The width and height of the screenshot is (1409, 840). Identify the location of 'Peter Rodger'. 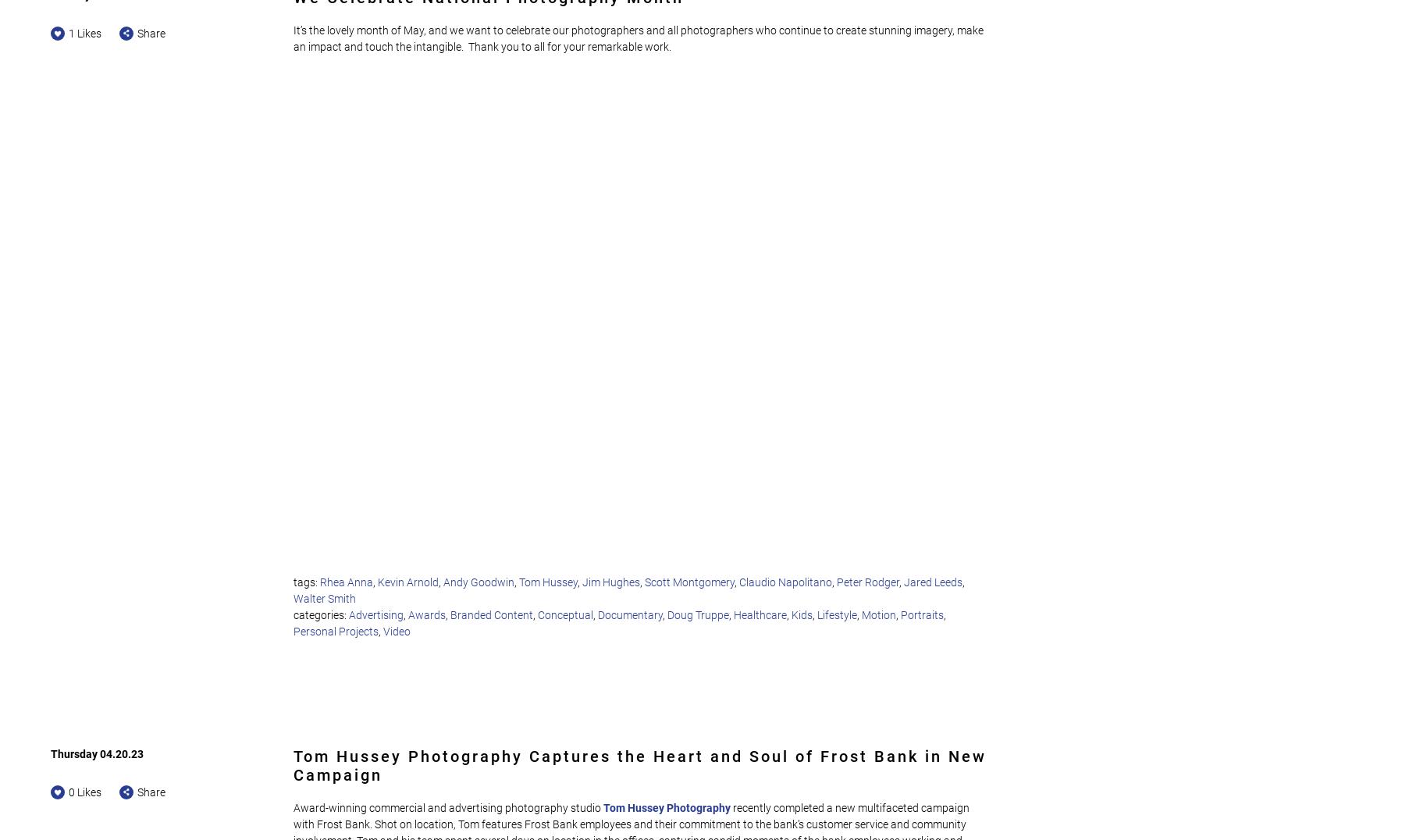
(867, 581).